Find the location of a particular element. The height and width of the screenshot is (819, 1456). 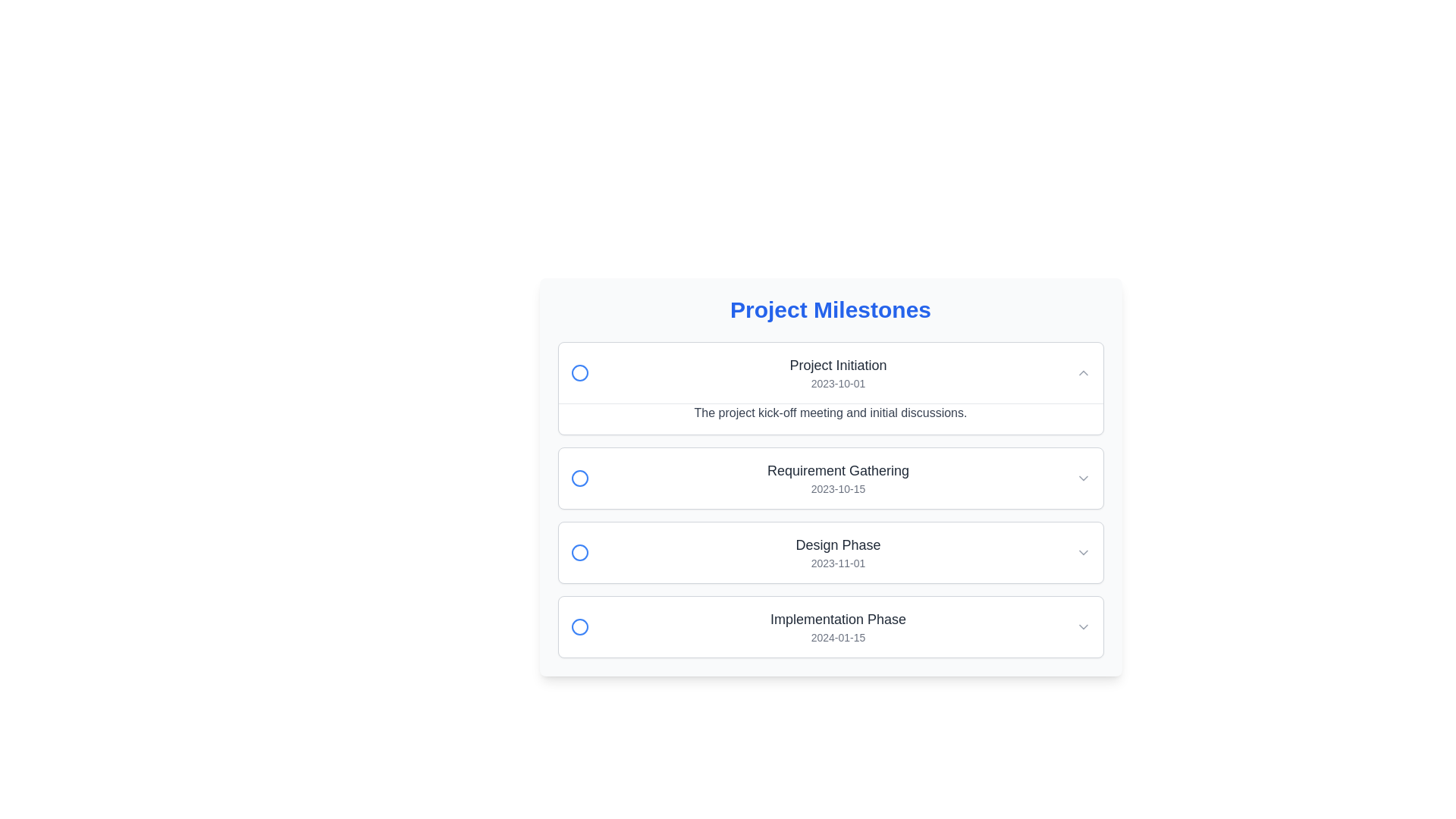

static text displaying '2023-11-01' located directly beneath the 'Design Phase' title in the third milestone section is located at coordinates (837, 563).